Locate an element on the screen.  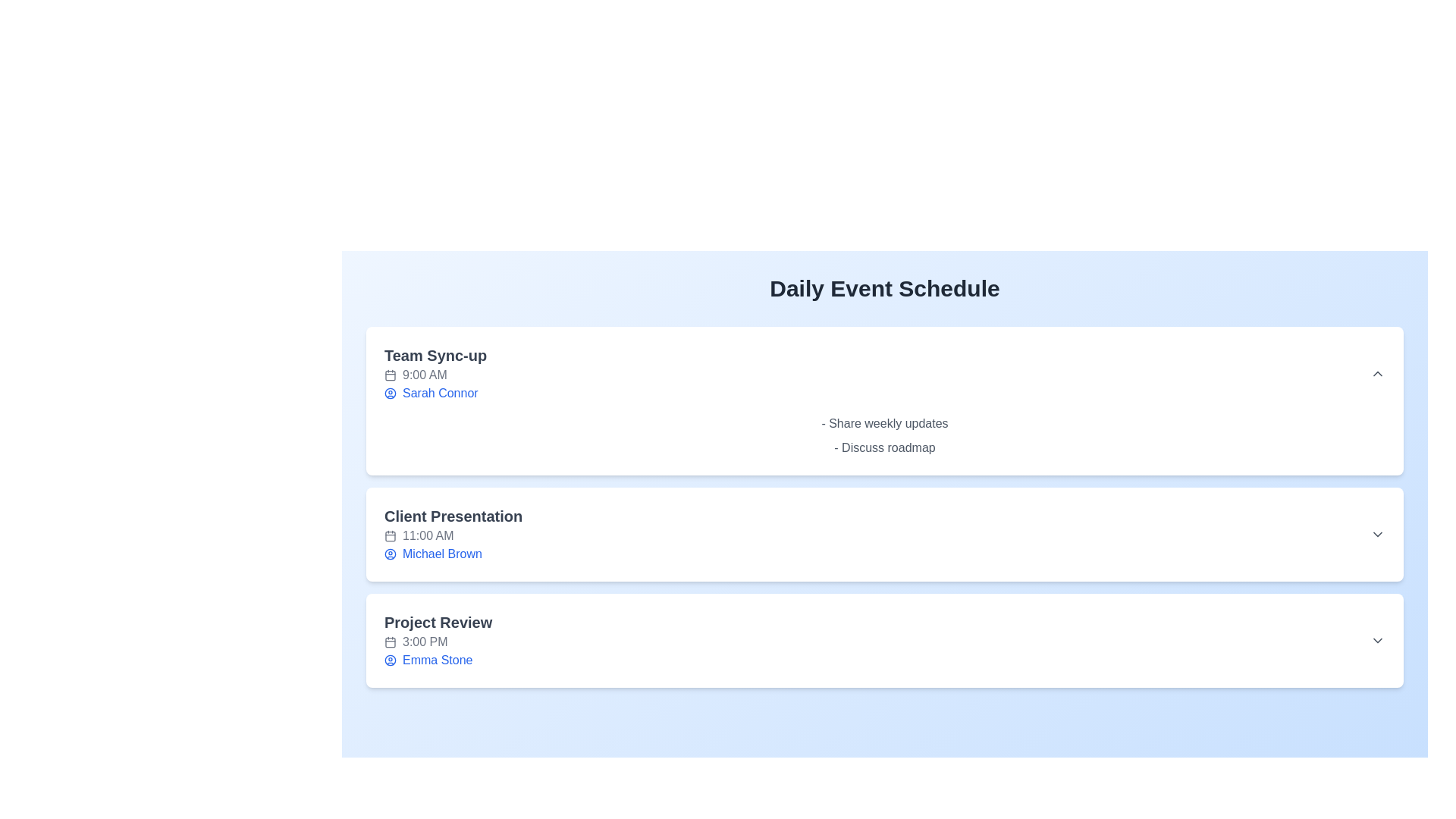
the circular user profile icon located to the left of the text 'Emma Stone' in the bottom-most card of the schedule list for the 3:00 PM event labeled 'Project Review' is located at coordinates (390, 660).